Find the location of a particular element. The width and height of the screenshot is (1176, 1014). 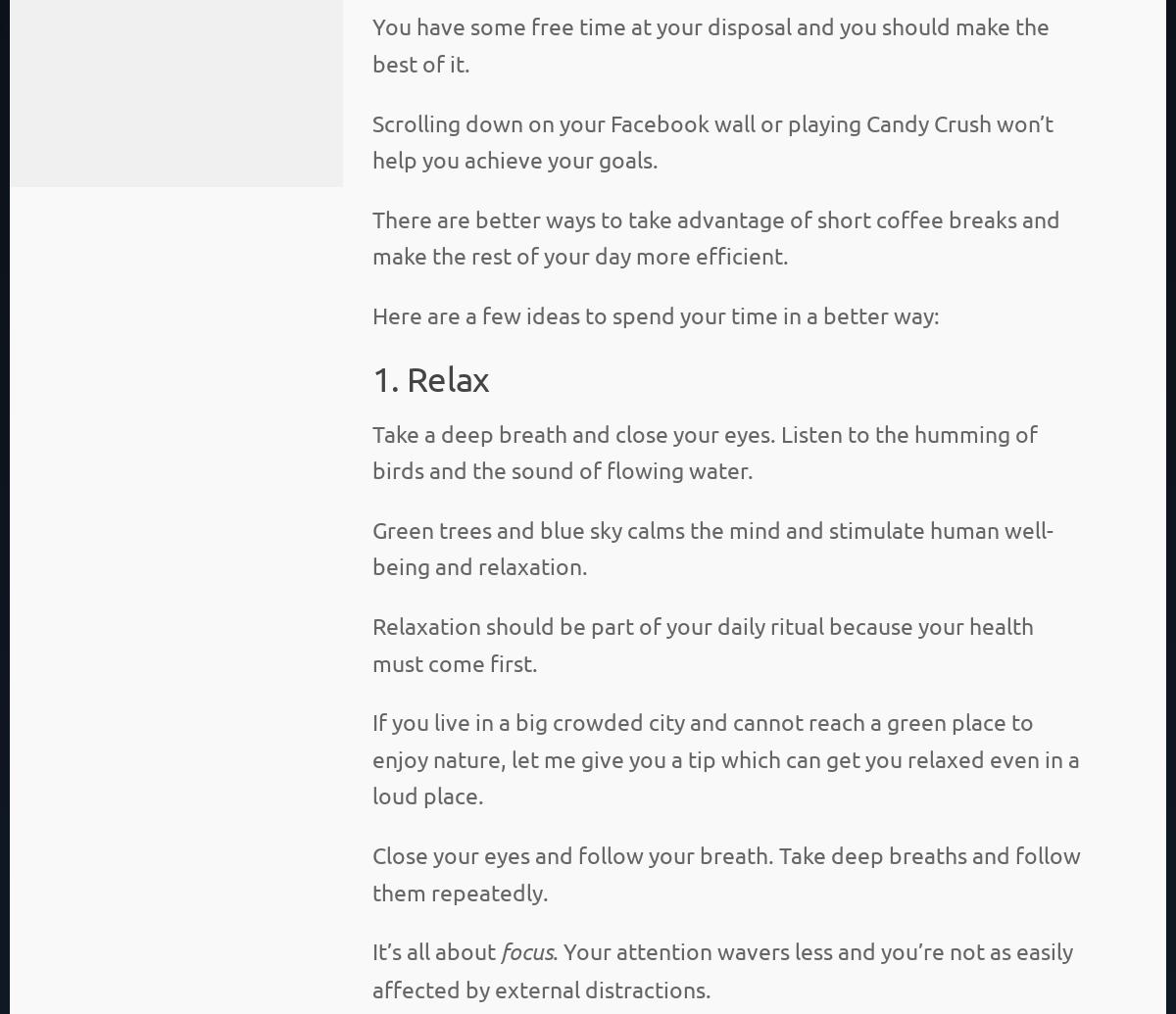

'There are better ways to take advantage of short coffee breaks and make the rest of your day more efficient.' is located at coordinates (716, 236).